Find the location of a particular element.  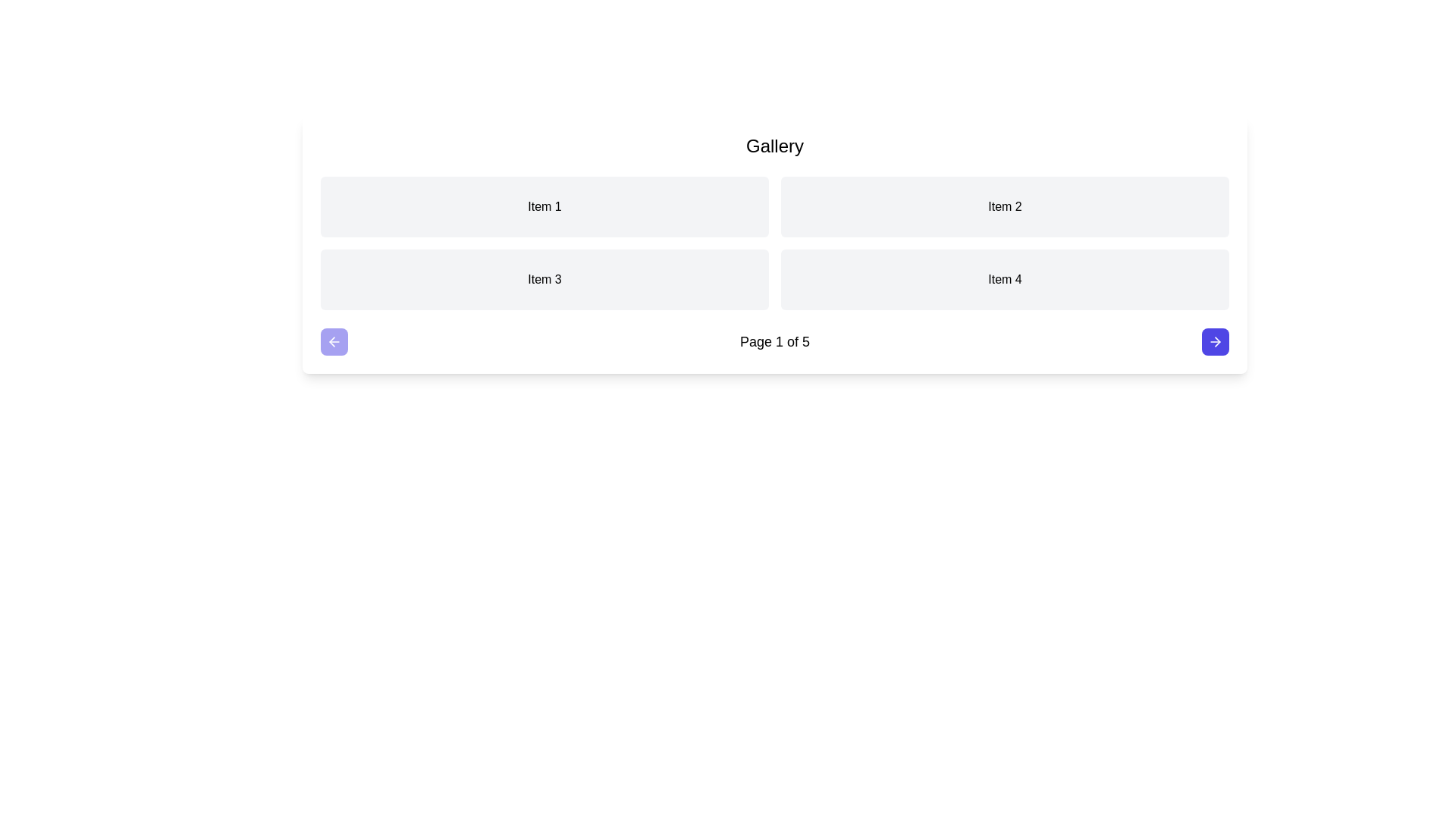

the button containing the left-pointing arrow icon with a simplistic design and a purple background located at the bottom-left corner of the visible interface is located at coordinates (334, 342).